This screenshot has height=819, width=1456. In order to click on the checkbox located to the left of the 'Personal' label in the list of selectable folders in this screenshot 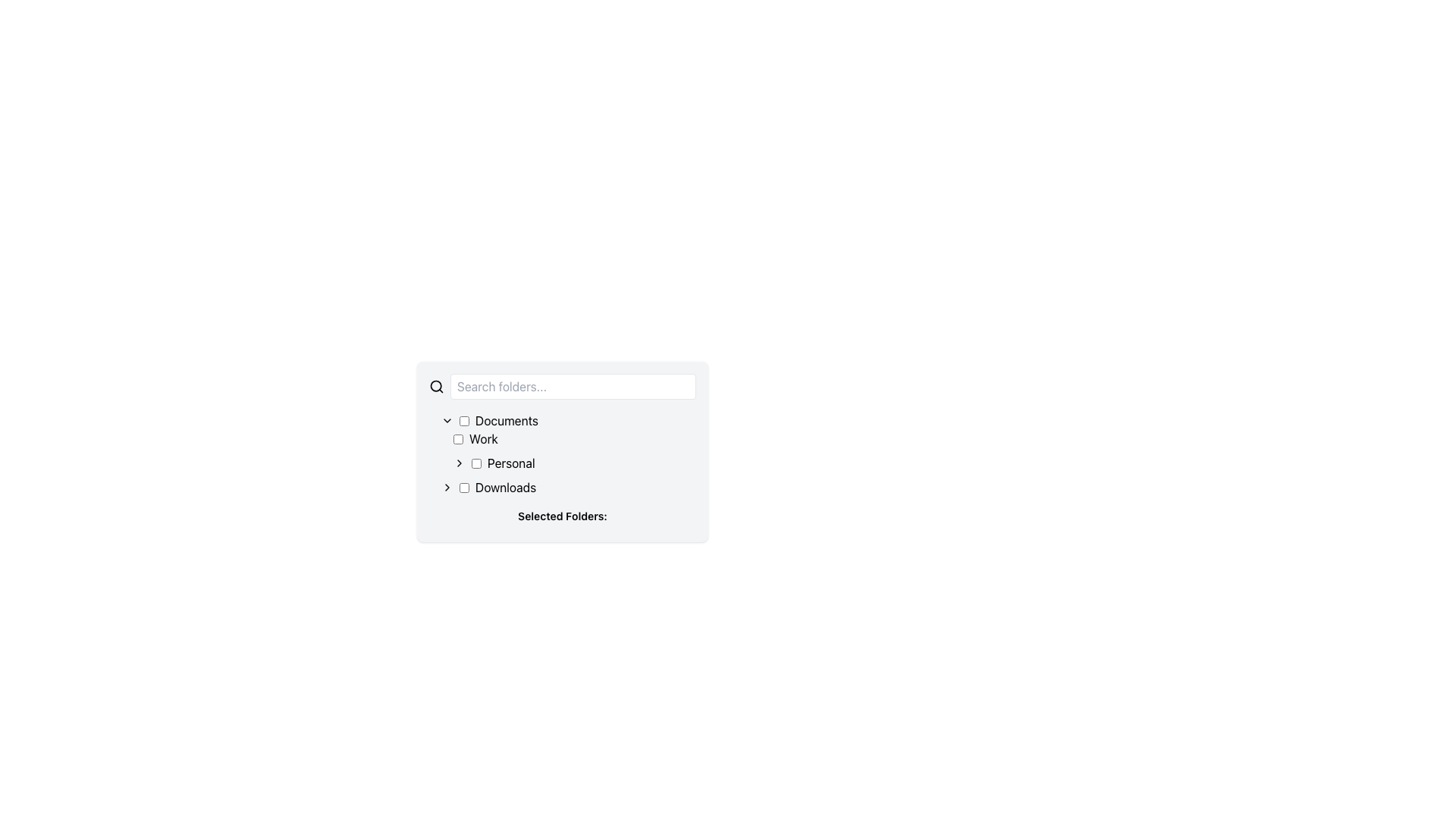, I will do `click(475, 462)`.